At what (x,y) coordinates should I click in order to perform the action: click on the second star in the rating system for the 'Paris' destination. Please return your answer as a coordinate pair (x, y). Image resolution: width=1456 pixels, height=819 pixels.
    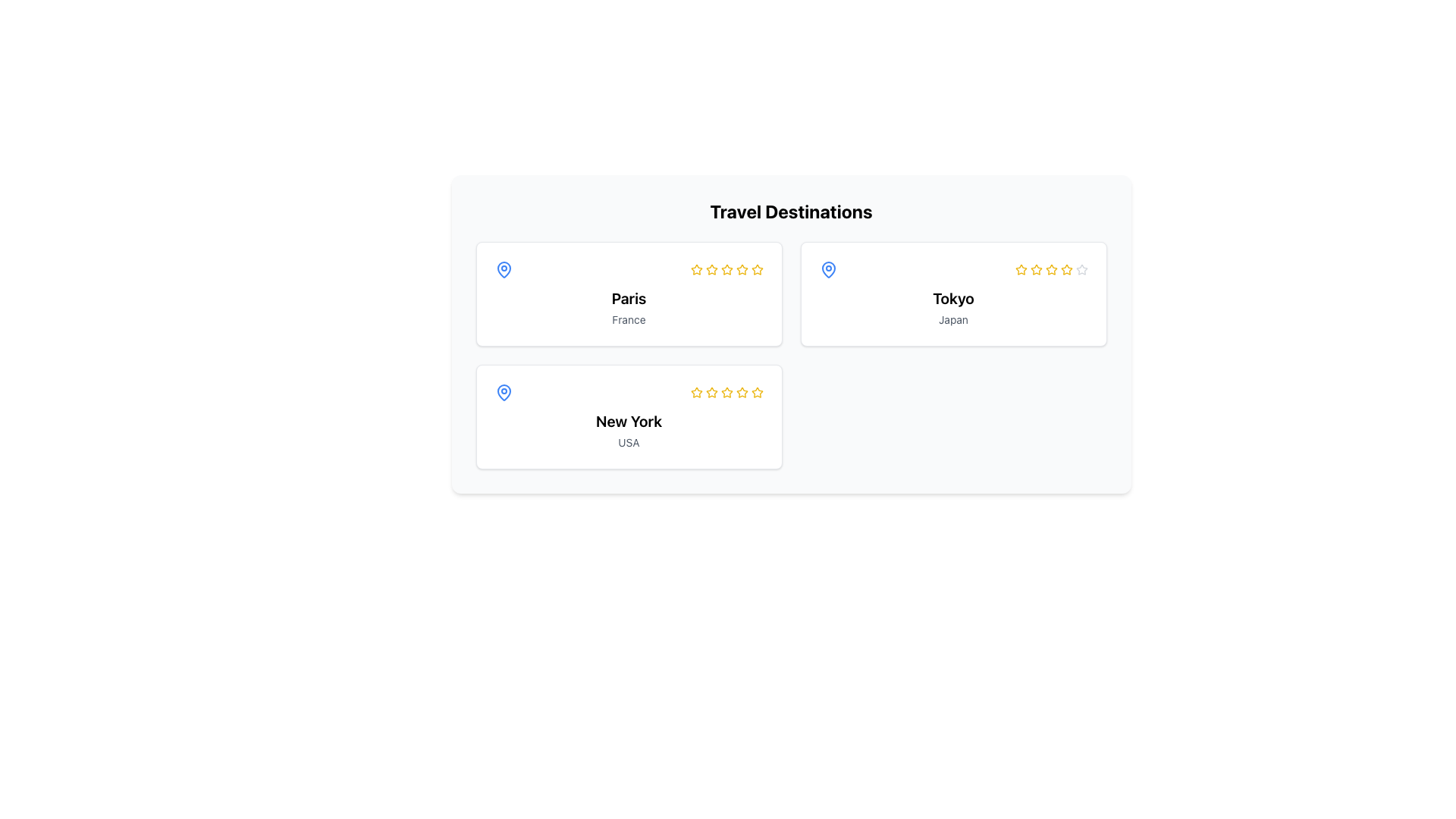
    Looking at the image, I should click on (711, 268).